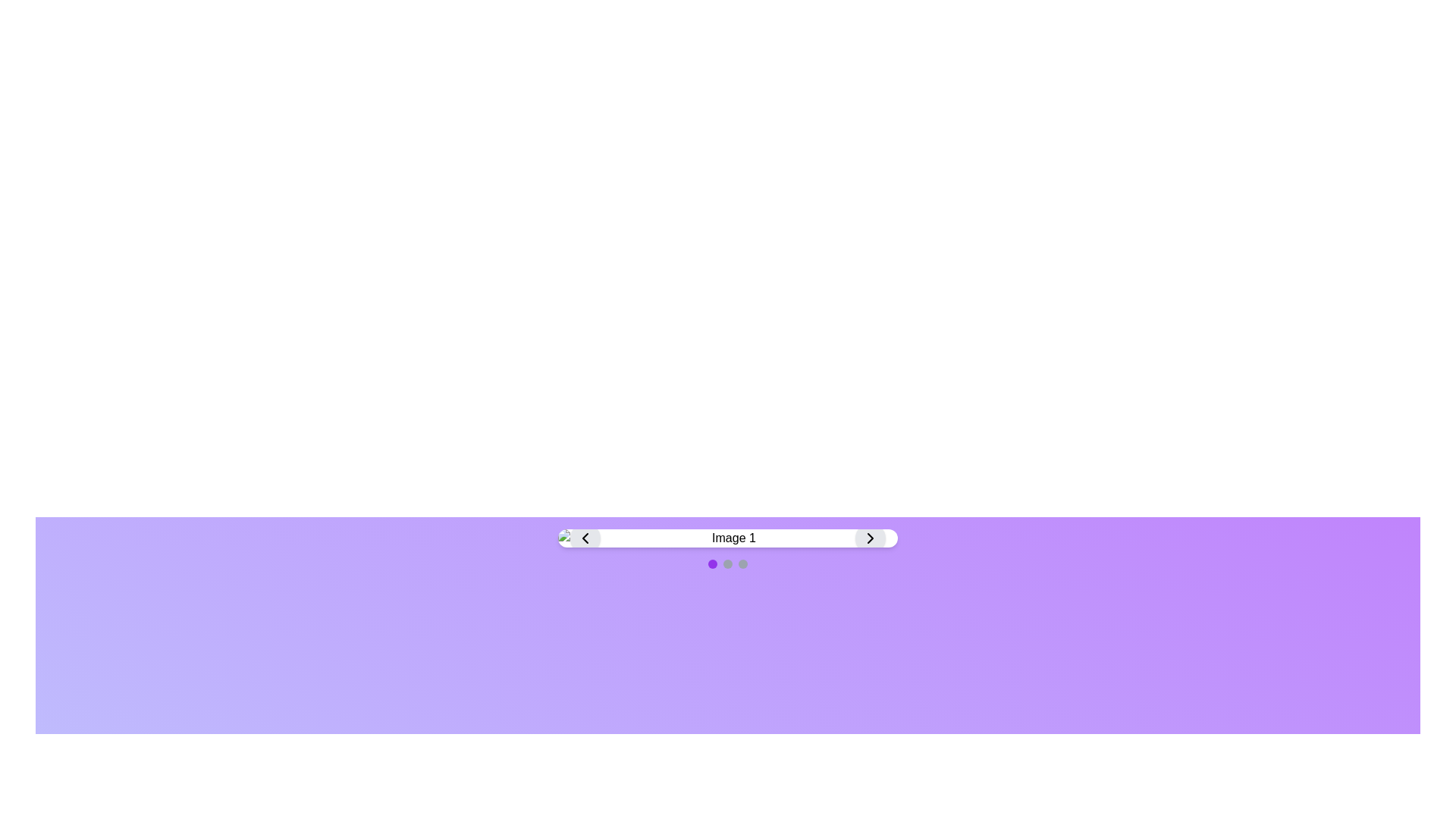  What do you see at coordinates (870, 537) in the screenshot?
I see `the circular button with a light gray background and a rightward-facing chevron icon` at bounding box center [870, 537].